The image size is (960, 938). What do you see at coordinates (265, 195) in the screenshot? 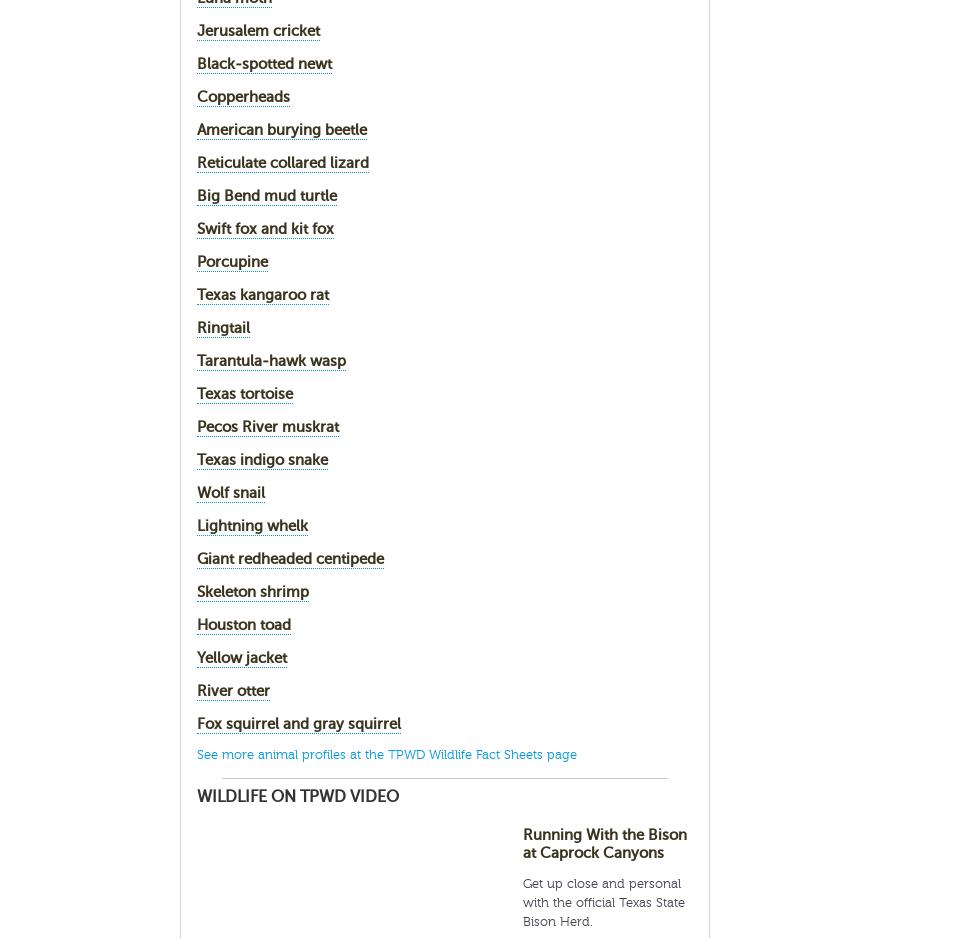
I see `'Big Bend mud turtle'` at bounding box center [265, 195].